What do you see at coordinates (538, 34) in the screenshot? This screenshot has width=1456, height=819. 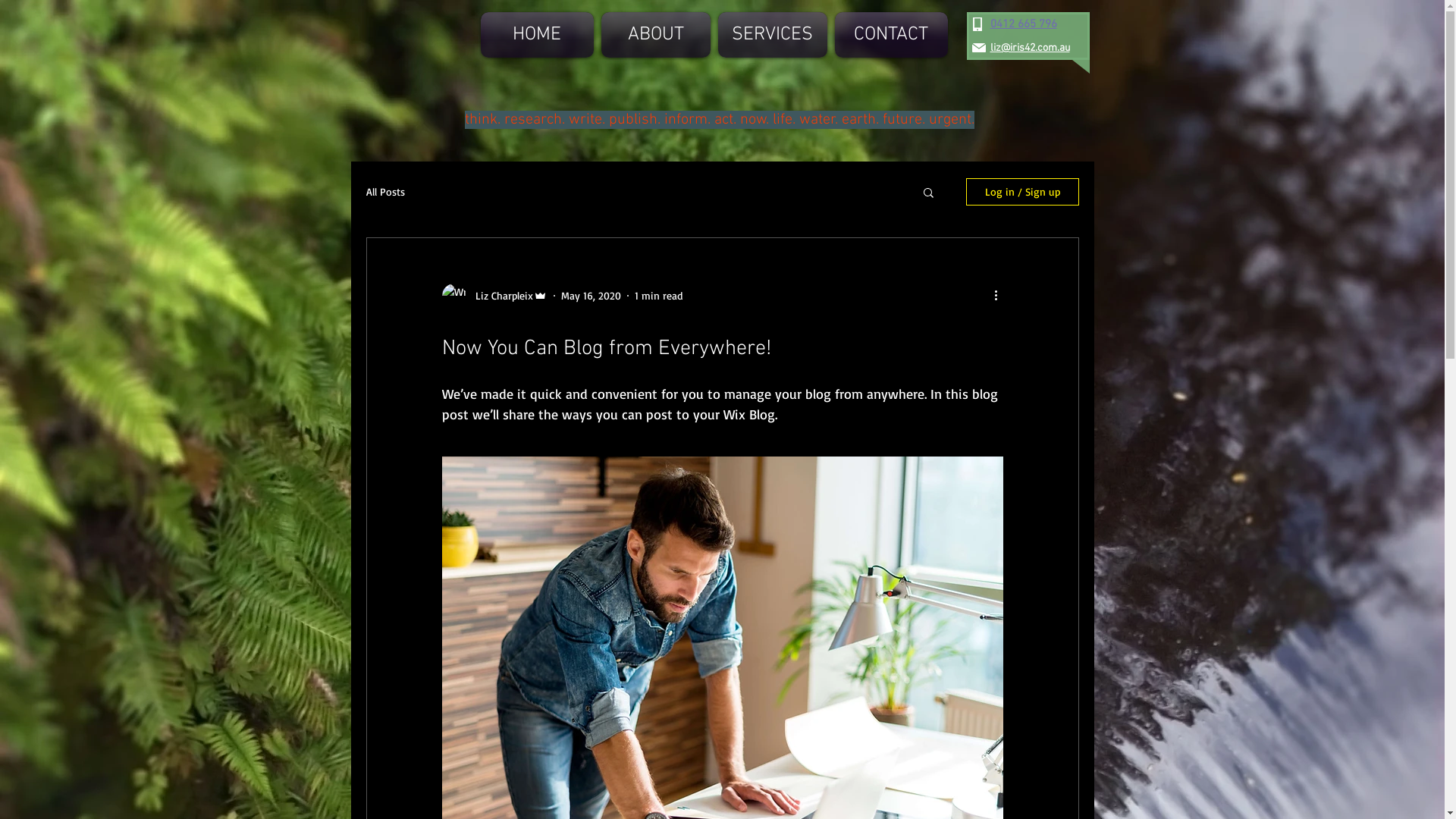 I see `'HOME'` at bounding box center [538, 34].